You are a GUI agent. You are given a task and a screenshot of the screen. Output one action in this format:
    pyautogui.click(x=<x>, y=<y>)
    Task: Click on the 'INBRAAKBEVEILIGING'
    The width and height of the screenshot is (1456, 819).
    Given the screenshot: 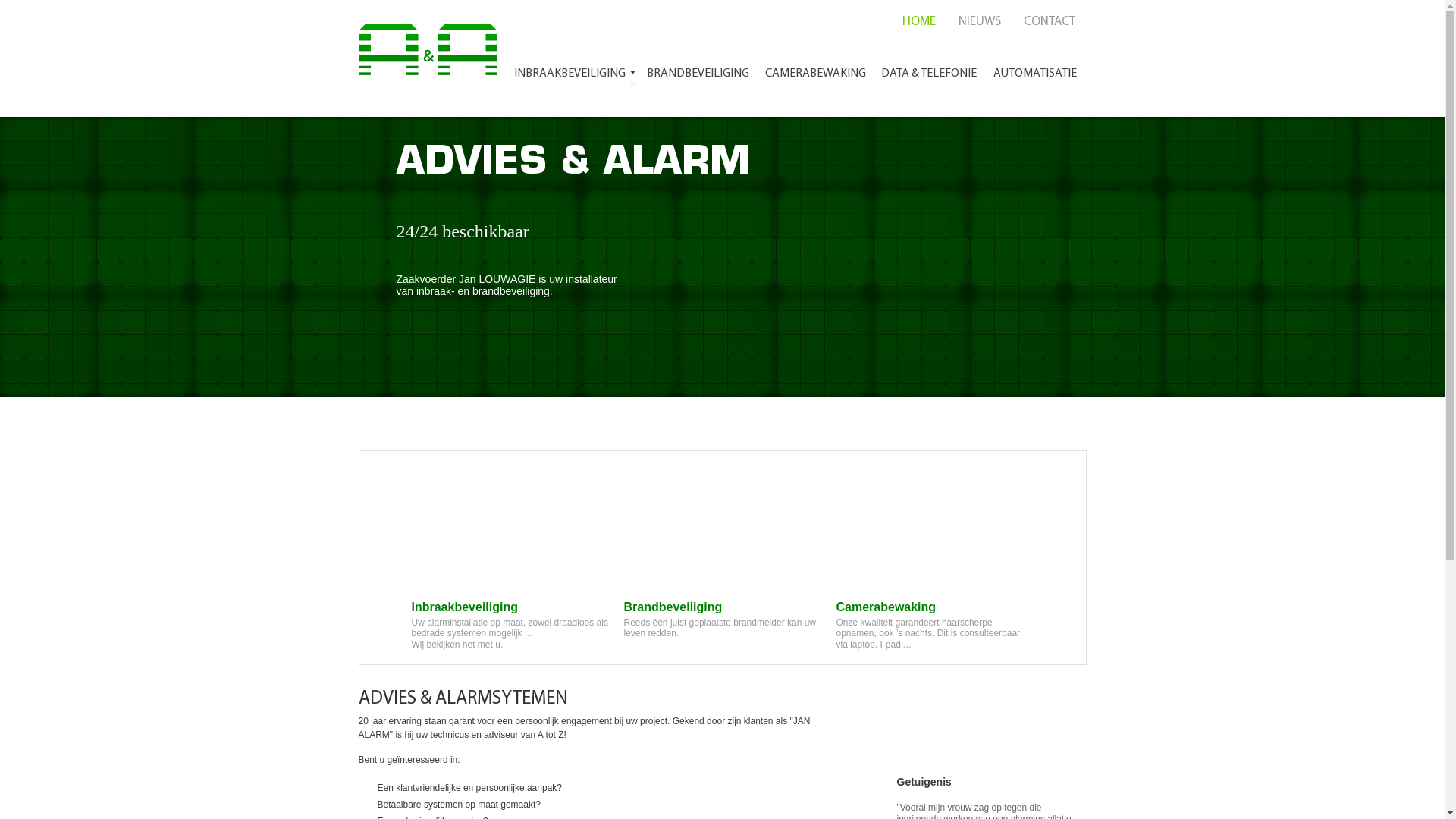 What is the action you would take?
    pyautogui.click(x=573, y=76)
    